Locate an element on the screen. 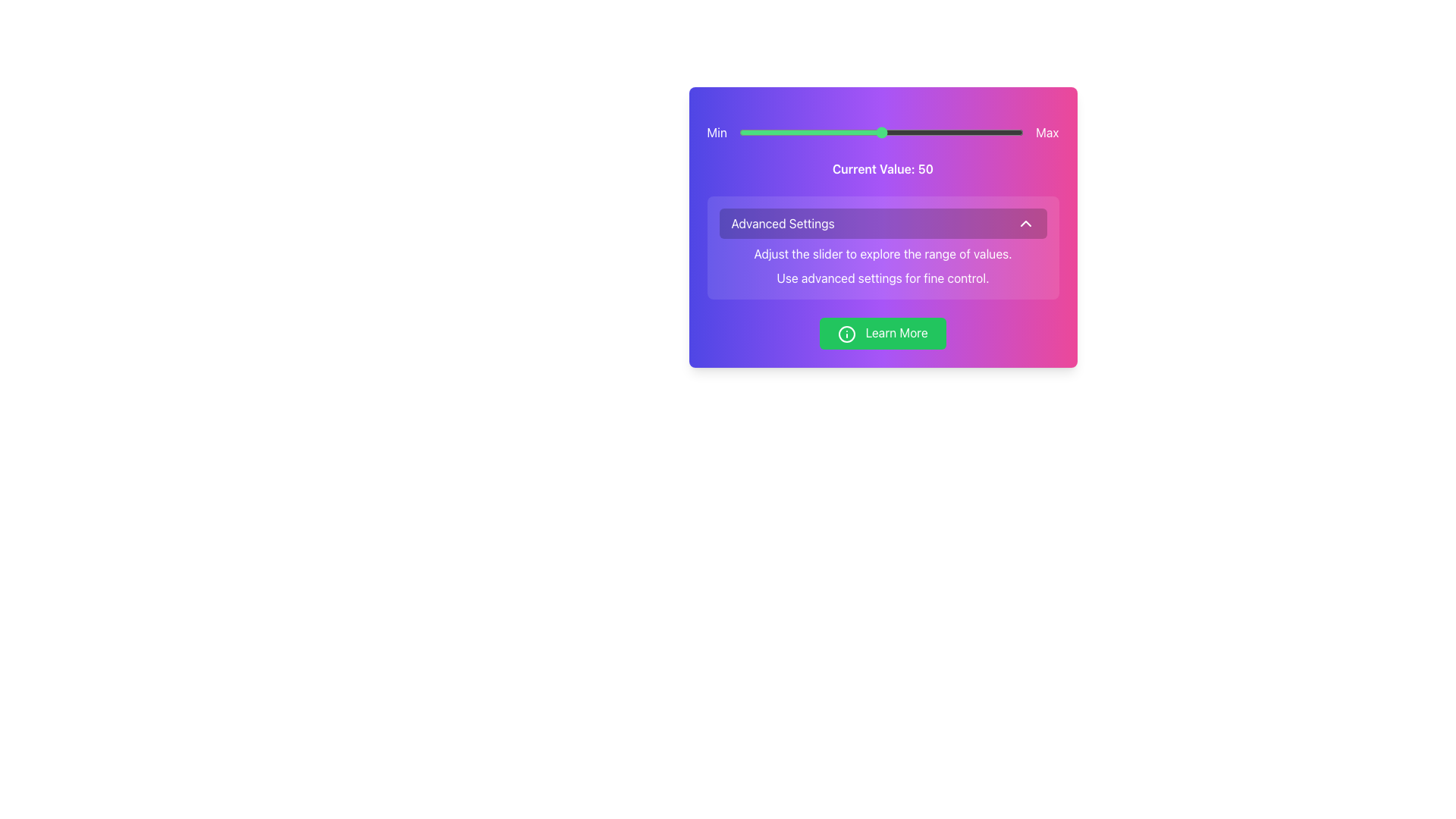 The image size is (1456, 819). the interactive button located at the bottom center of the colorful gradient panel under the 'Advanced Settings' section is located at coordinates (883, 332).